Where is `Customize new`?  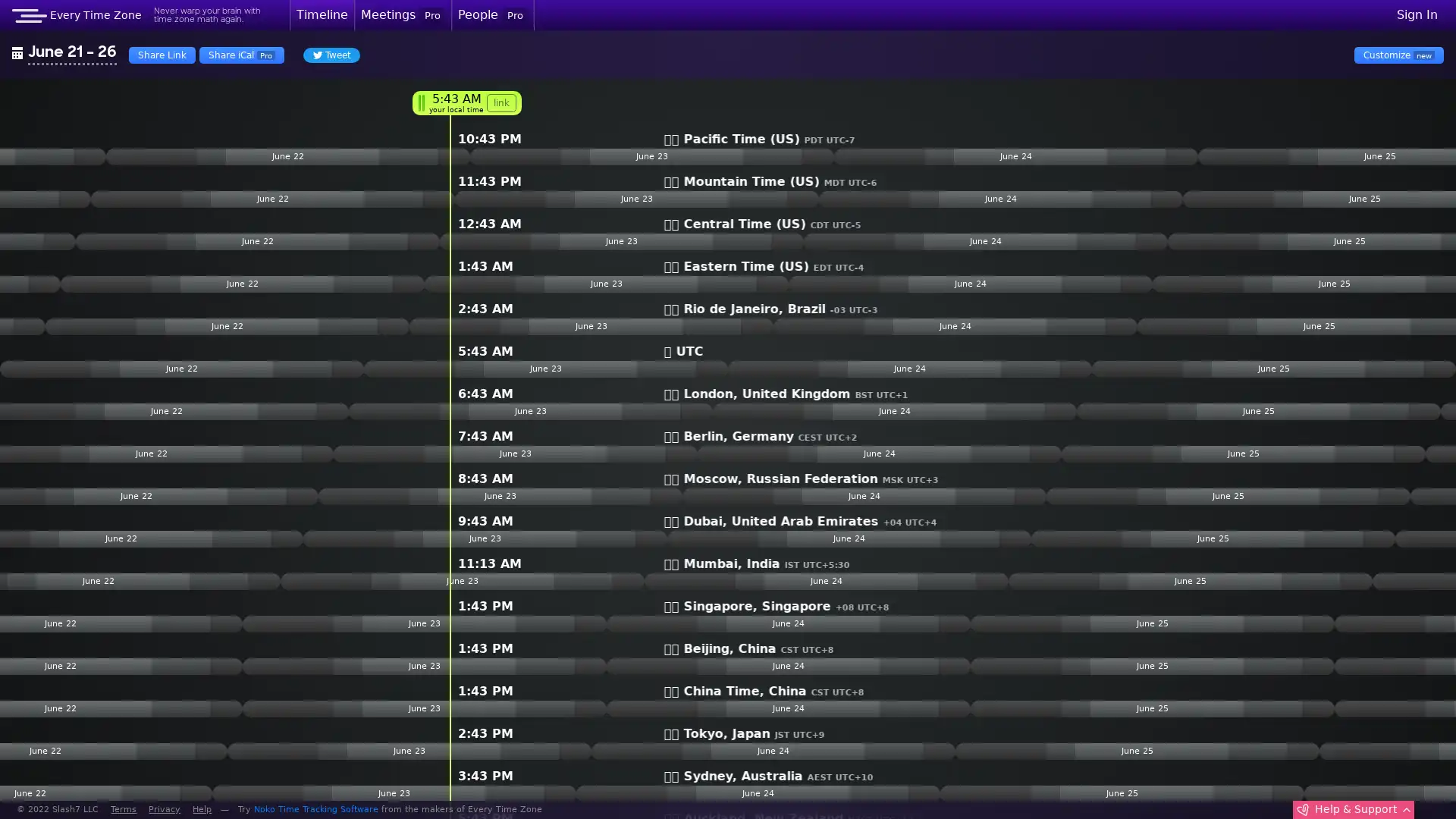 Customize new is located at coordinates (1398, 54).